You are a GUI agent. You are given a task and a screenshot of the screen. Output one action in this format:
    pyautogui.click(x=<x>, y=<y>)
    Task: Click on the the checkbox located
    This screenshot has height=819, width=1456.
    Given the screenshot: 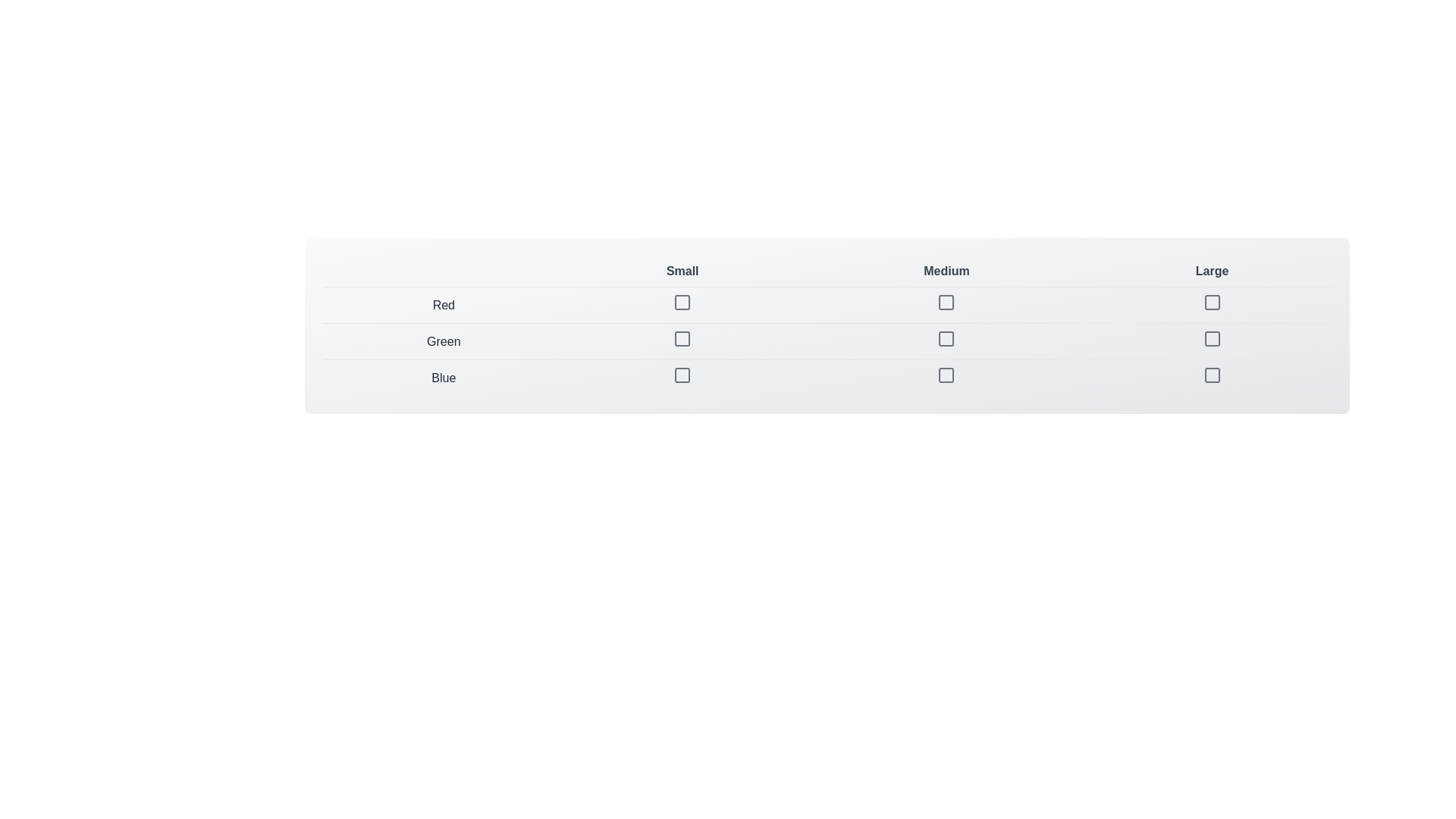 What is the action you would take?
    pyautogui.click(x=1211, y=302)
    